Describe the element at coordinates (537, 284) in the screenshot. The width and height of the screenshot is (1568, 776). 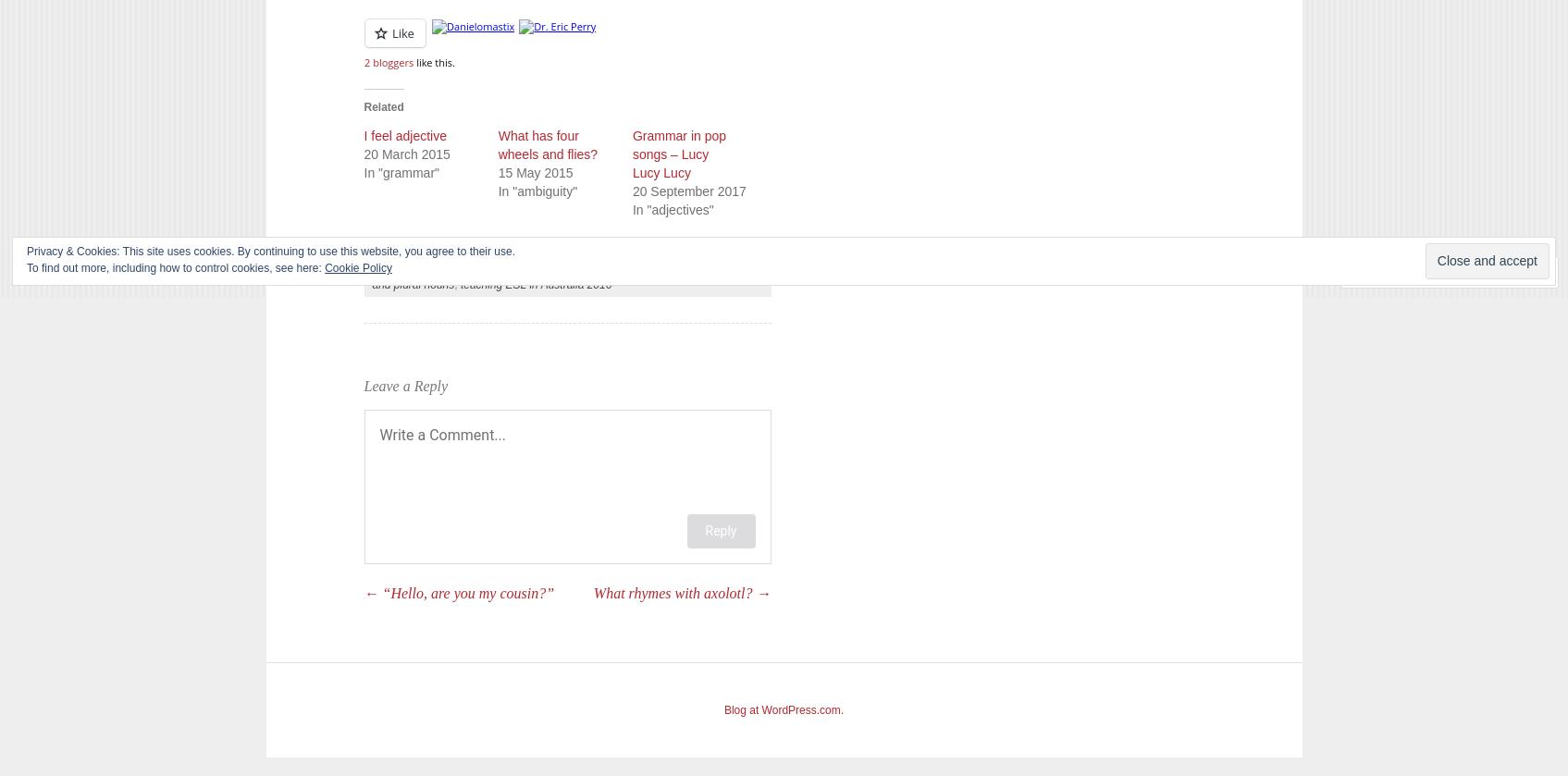
I see `'teaching ESL in Australia 2016-'` at that location.